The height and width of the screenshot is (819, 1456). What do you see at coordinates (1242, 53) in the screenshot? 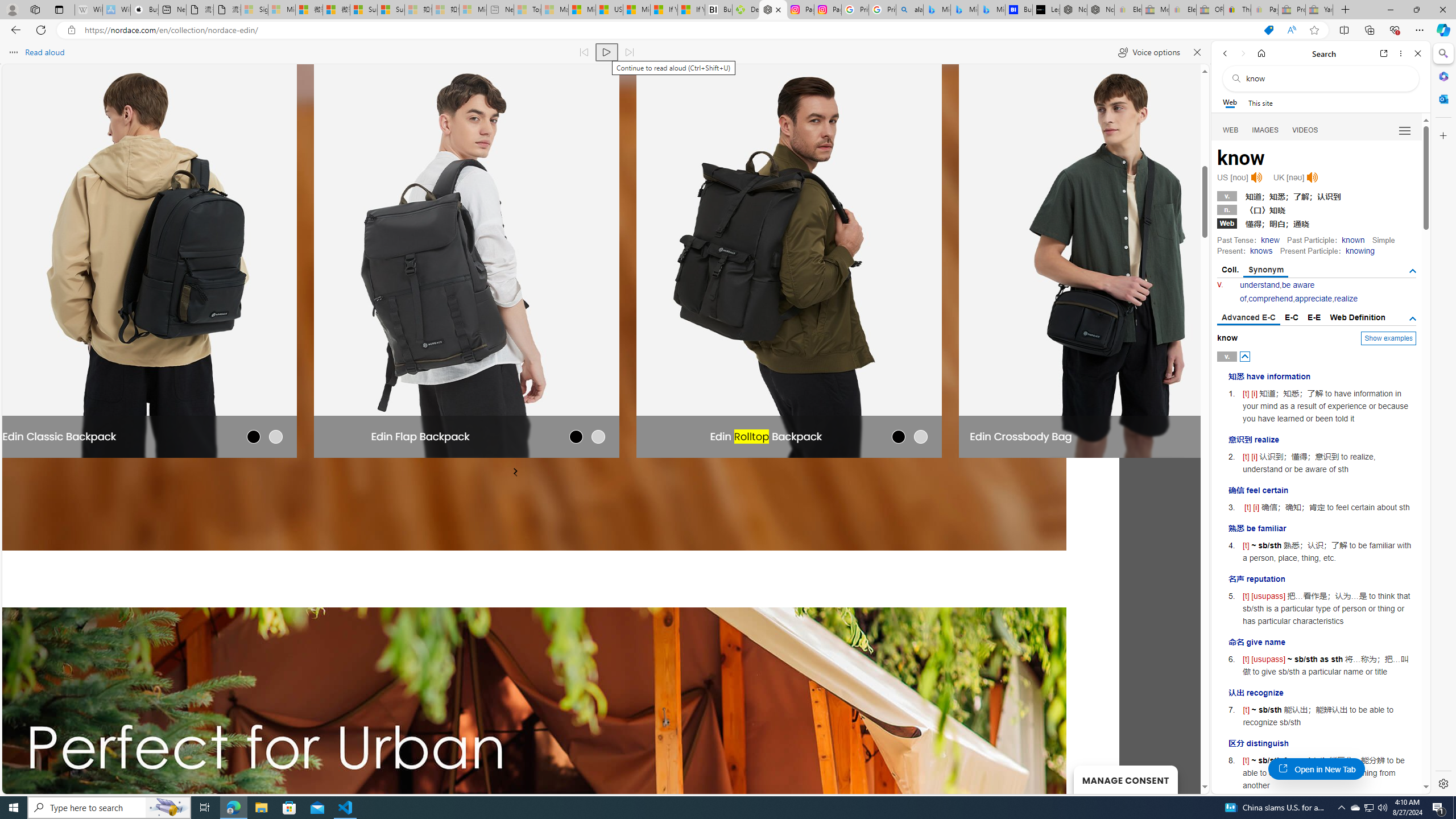
I see `'Forward'` at bounding box center [1242, 53].